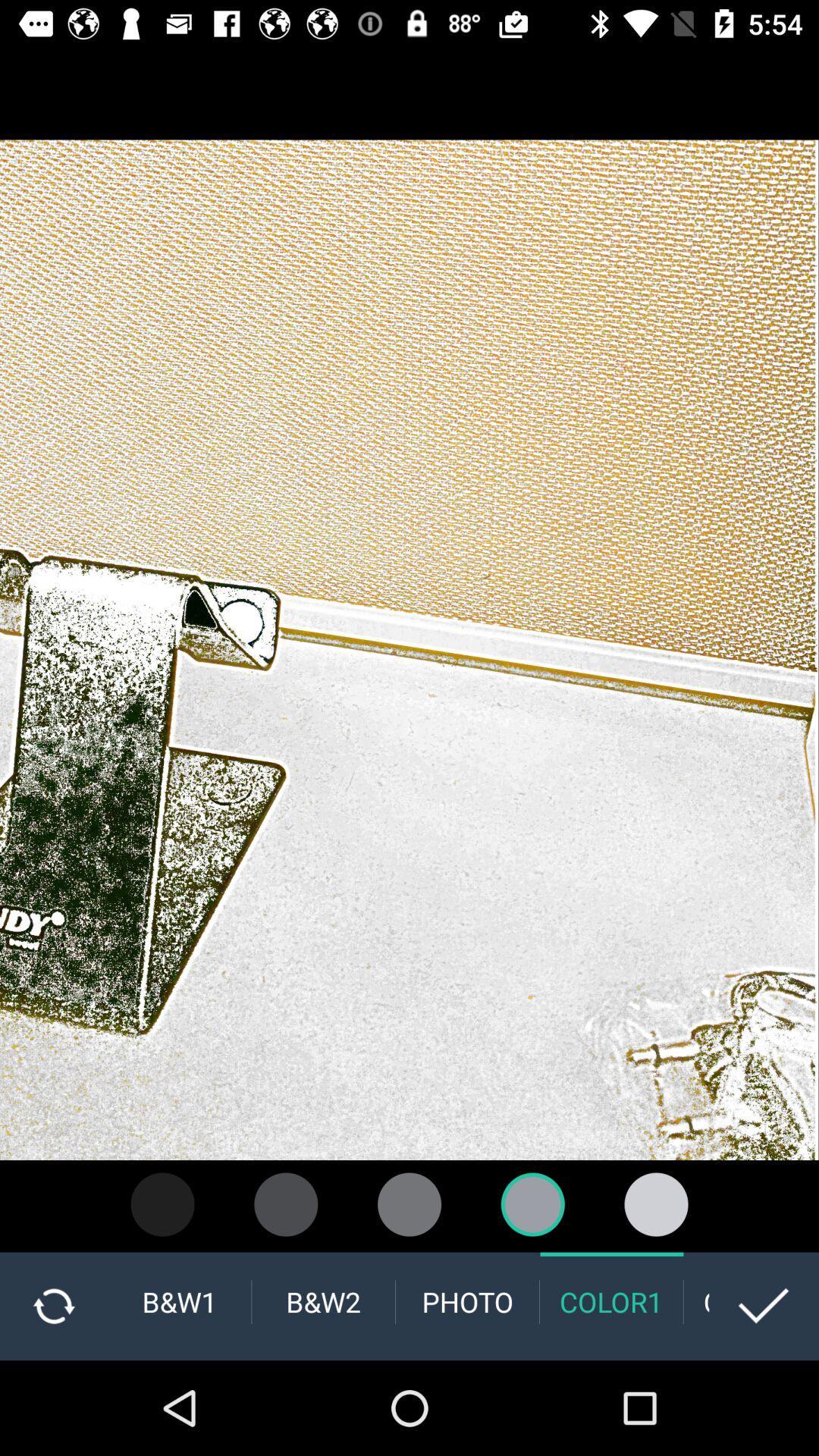 The width and height of the screenshot is (819, 1456). What do you see at coordinates (286, 1203) in the screenshot?
I see `the avatar icon` at bounding box center [286, 1203].